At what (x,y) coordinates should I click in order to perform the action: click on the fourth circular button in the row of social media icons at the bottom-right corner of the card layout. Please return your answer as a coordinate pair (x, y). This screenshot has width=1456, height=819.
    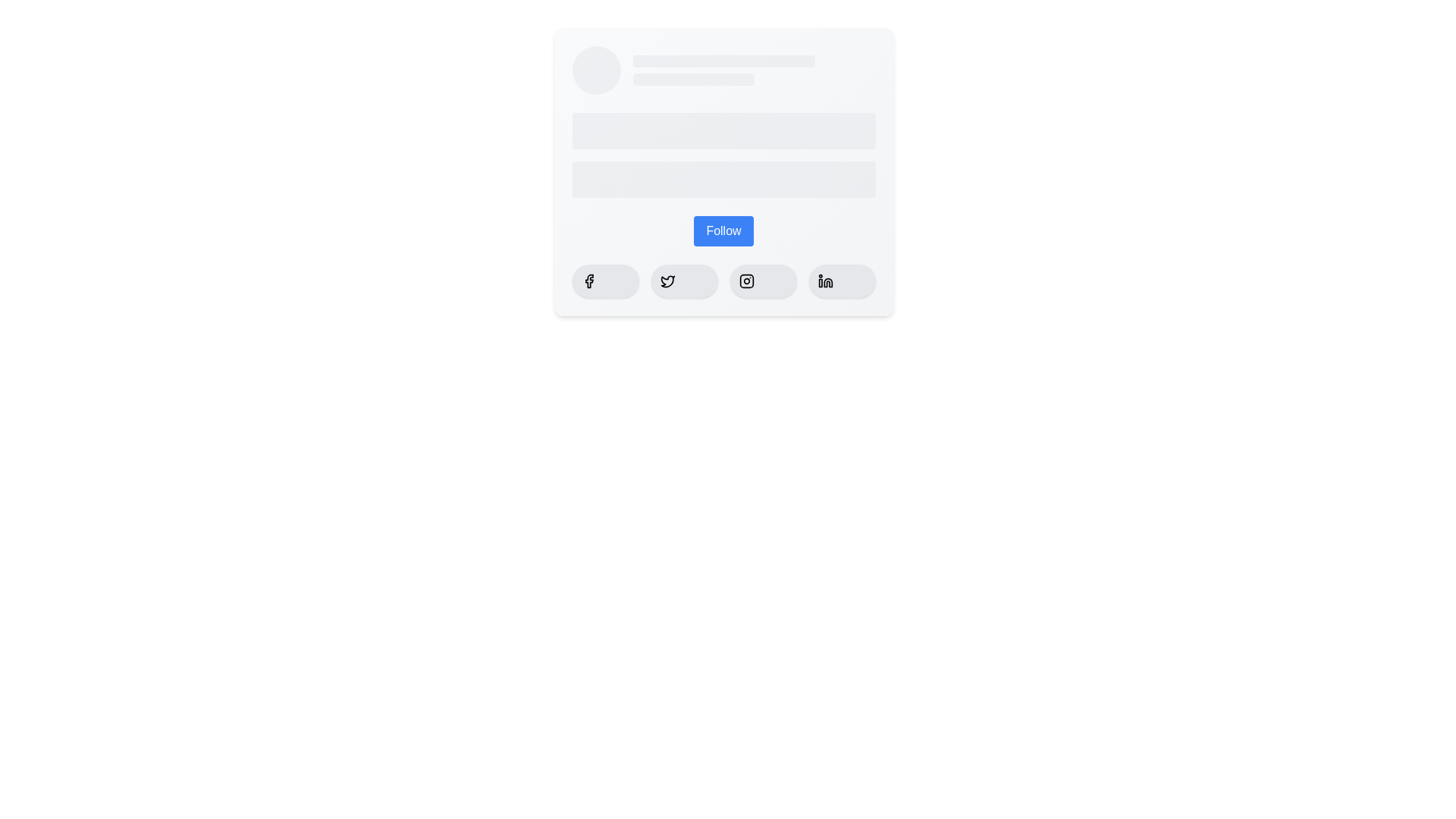
    Looking at the image, I should click on (841, 281).